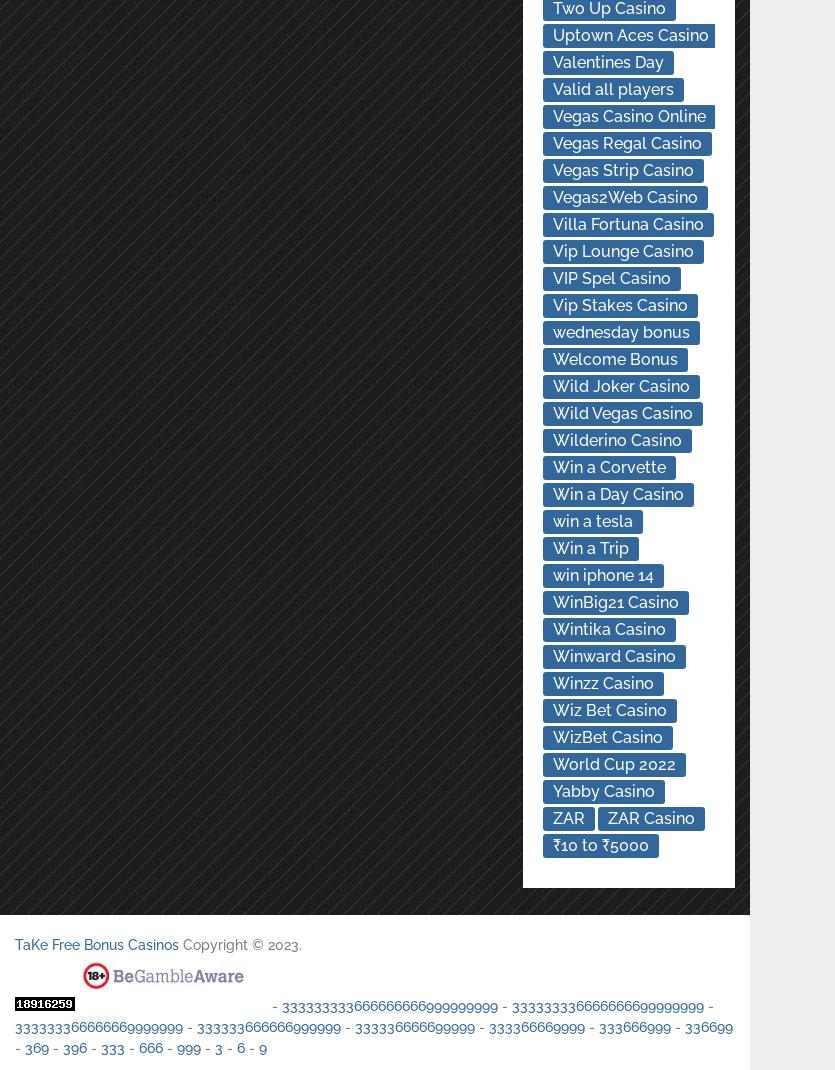 The height and width of the screenshot is (1070, 835). Describe the element at coordinates (98, 1026) in the screenshot. I see `'333333366666669999999'` at that location.